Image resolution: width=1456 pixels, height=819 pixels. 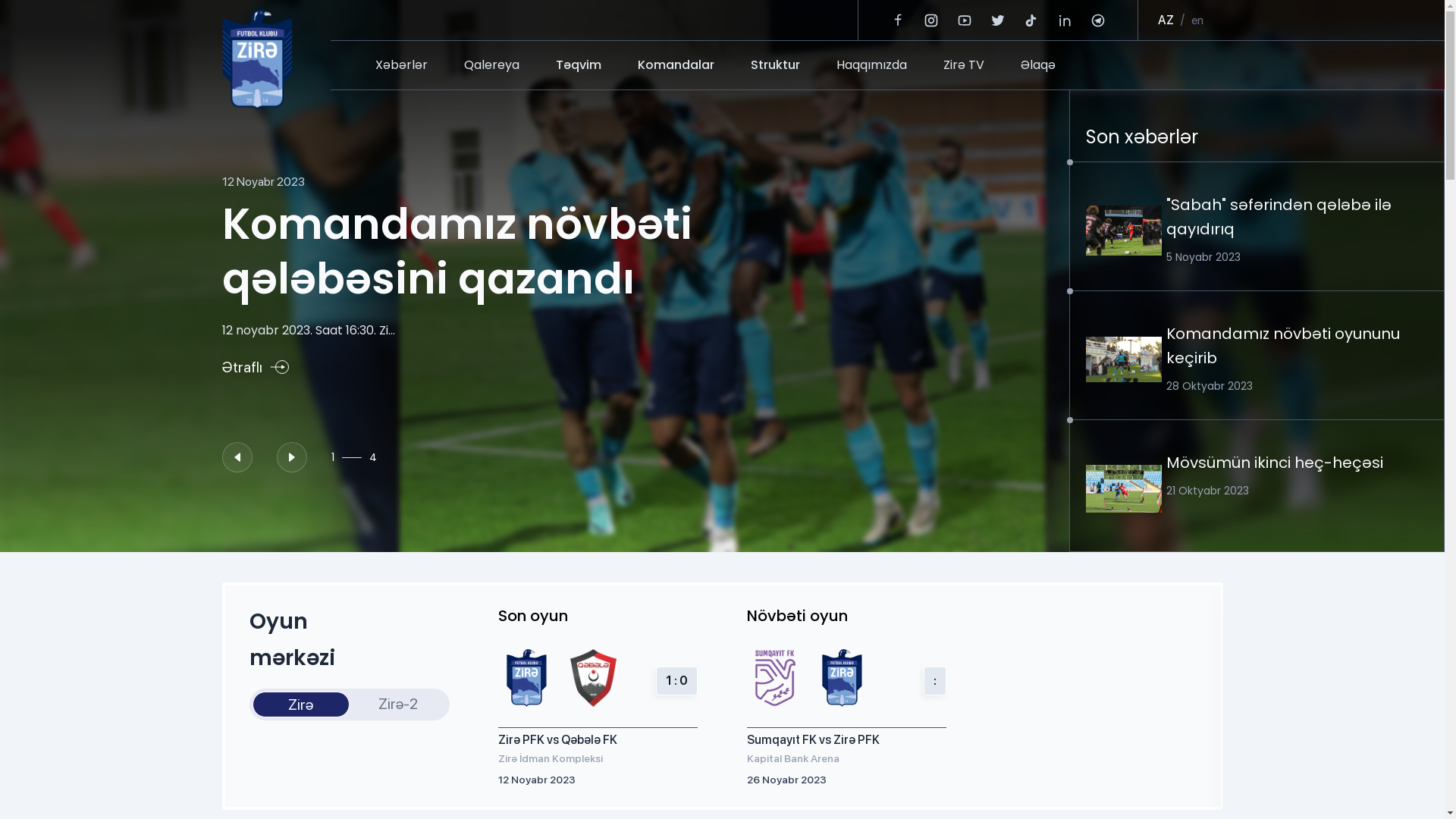 What do you see at coordinates (1164, 20) in the screenshot?
I see `'AZ'` at bounding box center [1164, 20].